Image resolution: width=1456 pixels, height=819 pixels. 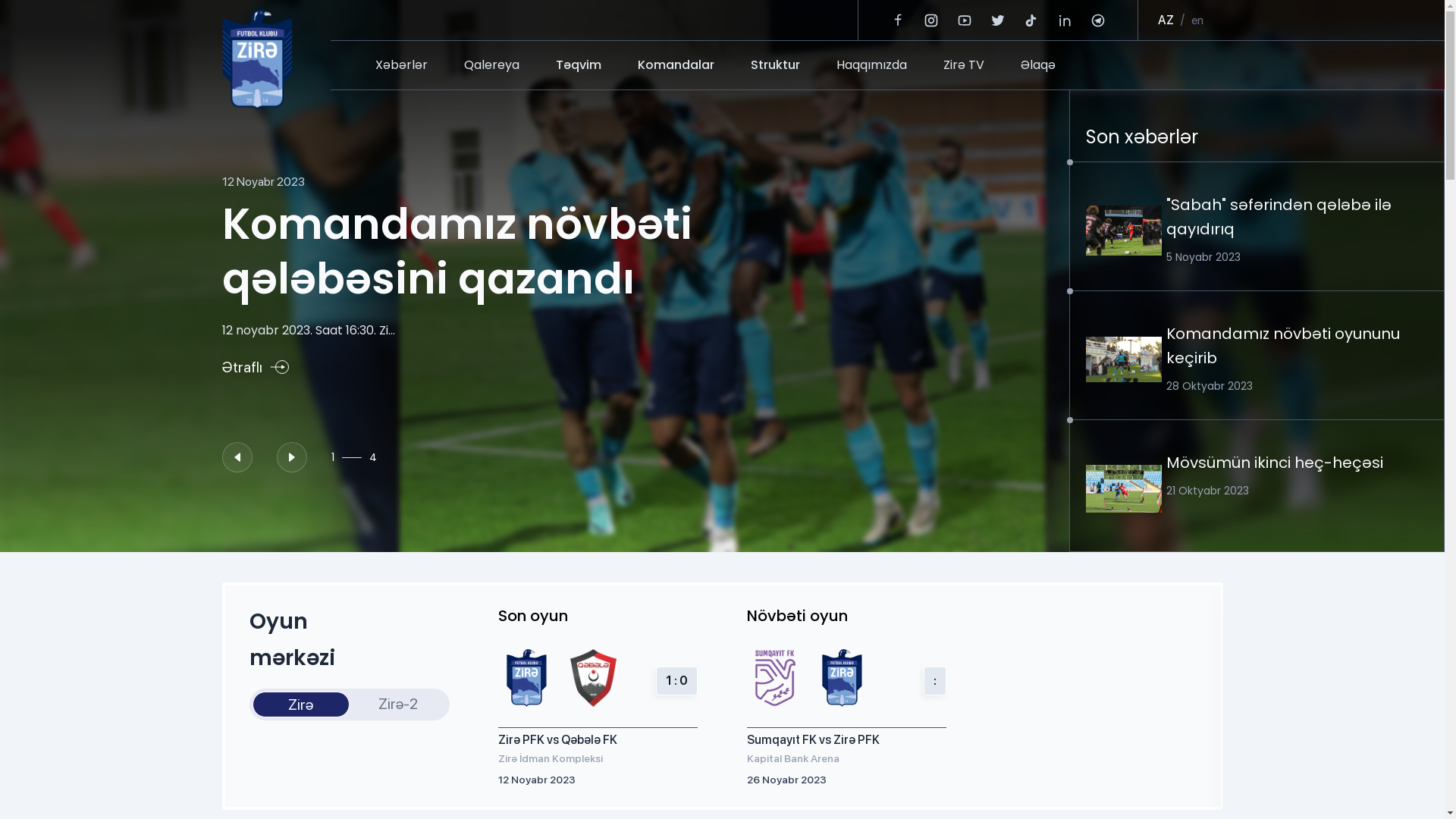 What do you see at coordinates (1164, 20) in the screenshot?
I see `'AZ'` at bounding box center [1164, 20].